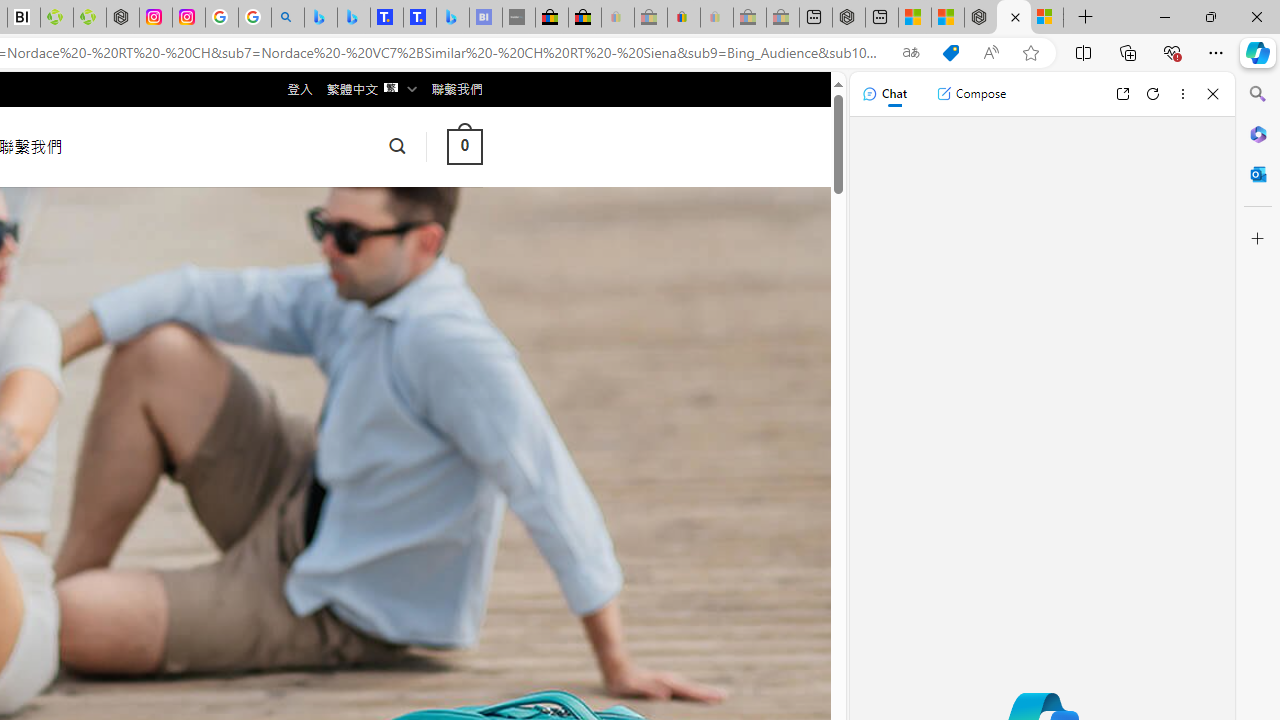 Image resolution: width=1280 pixels, height=720 pixels. I want to click on 'alabama high school quarterback dies - Search', so click(287, 17).